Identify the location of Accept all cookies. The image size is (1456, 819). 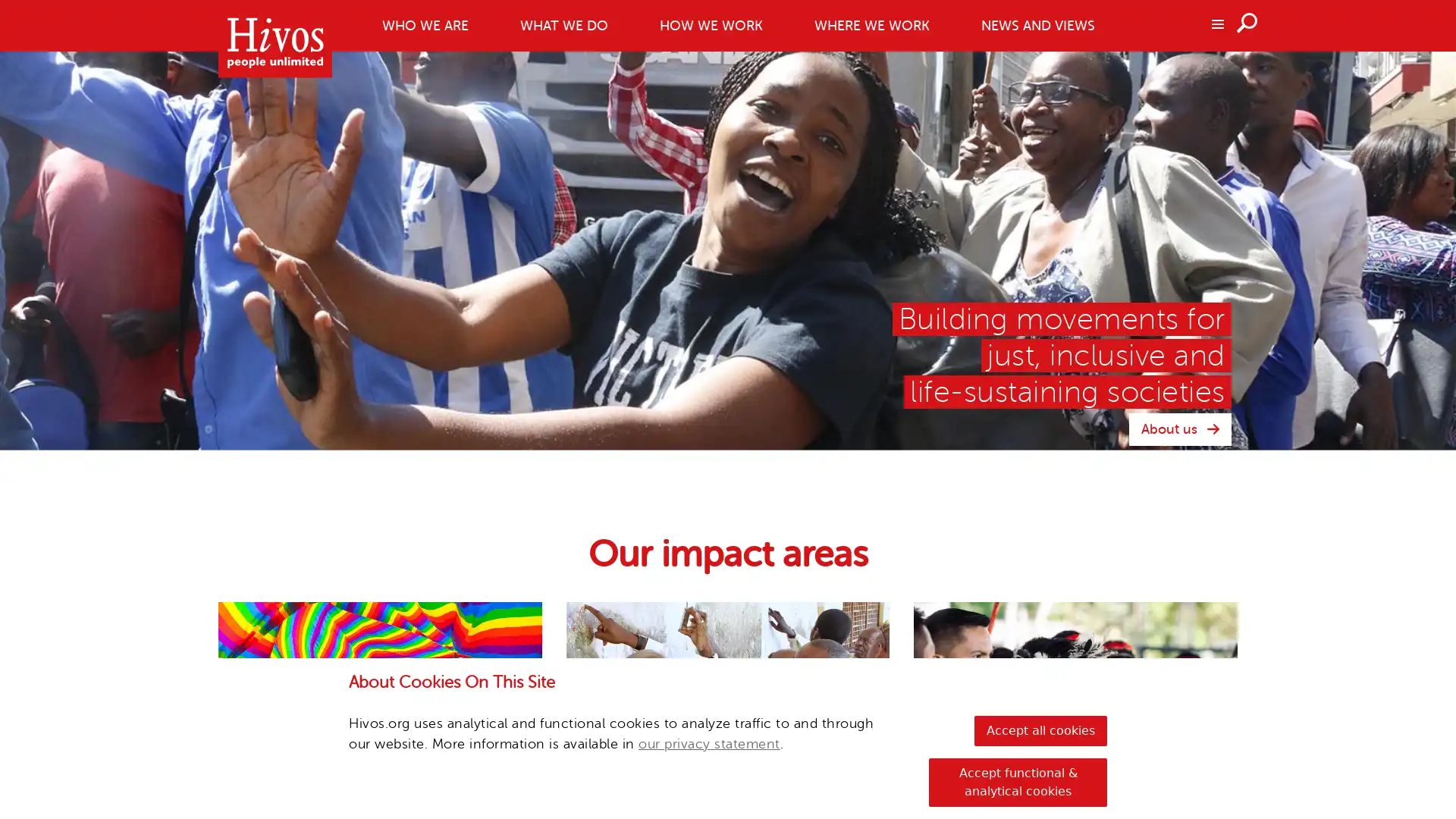
(1040, 730).